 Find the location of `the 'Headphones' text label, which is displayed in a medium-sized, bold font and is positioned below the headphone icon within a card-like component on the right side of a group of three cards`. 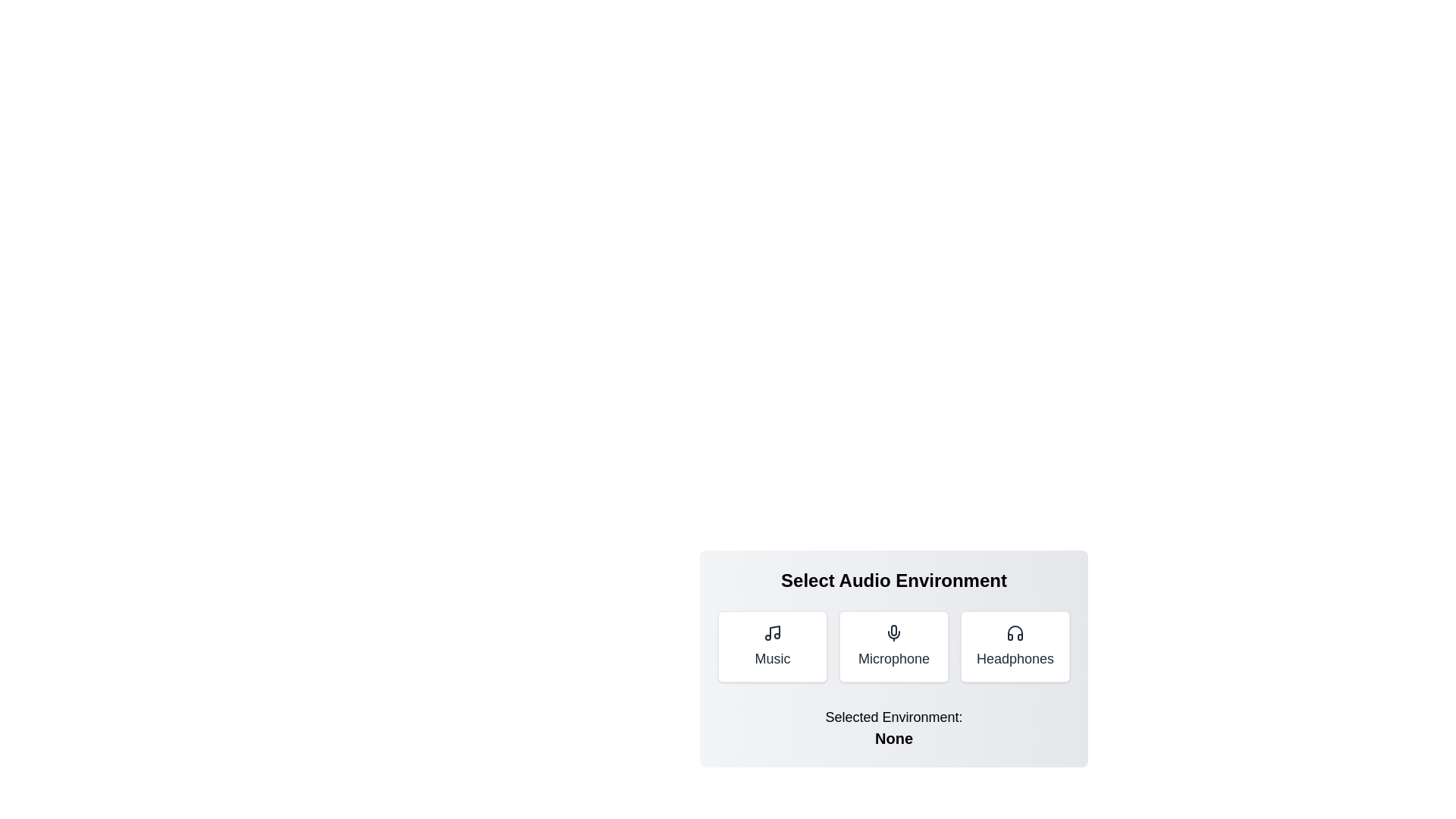

the 'Headphones' text label, which is displayed in a medium-sized, bold font and is positioned below the headphone icon within a card-like component on the right side of a group of three cards is located at coordinates (1015, 657).